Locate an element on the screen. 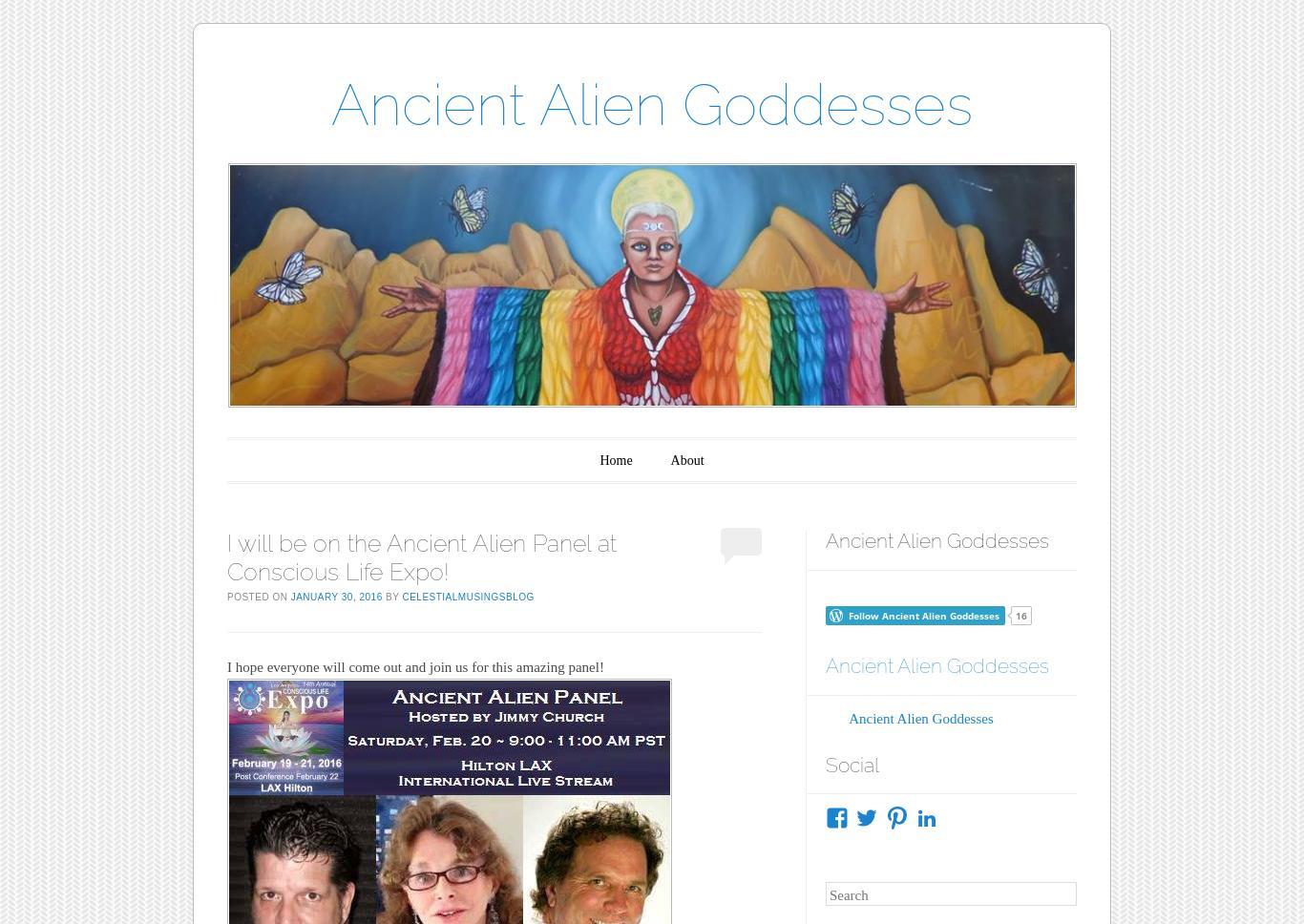 This screenshot has height=924, width=1304. 'I hope everyone will come out and join us for this amazing panel!' is located at coordinates (413, 665).